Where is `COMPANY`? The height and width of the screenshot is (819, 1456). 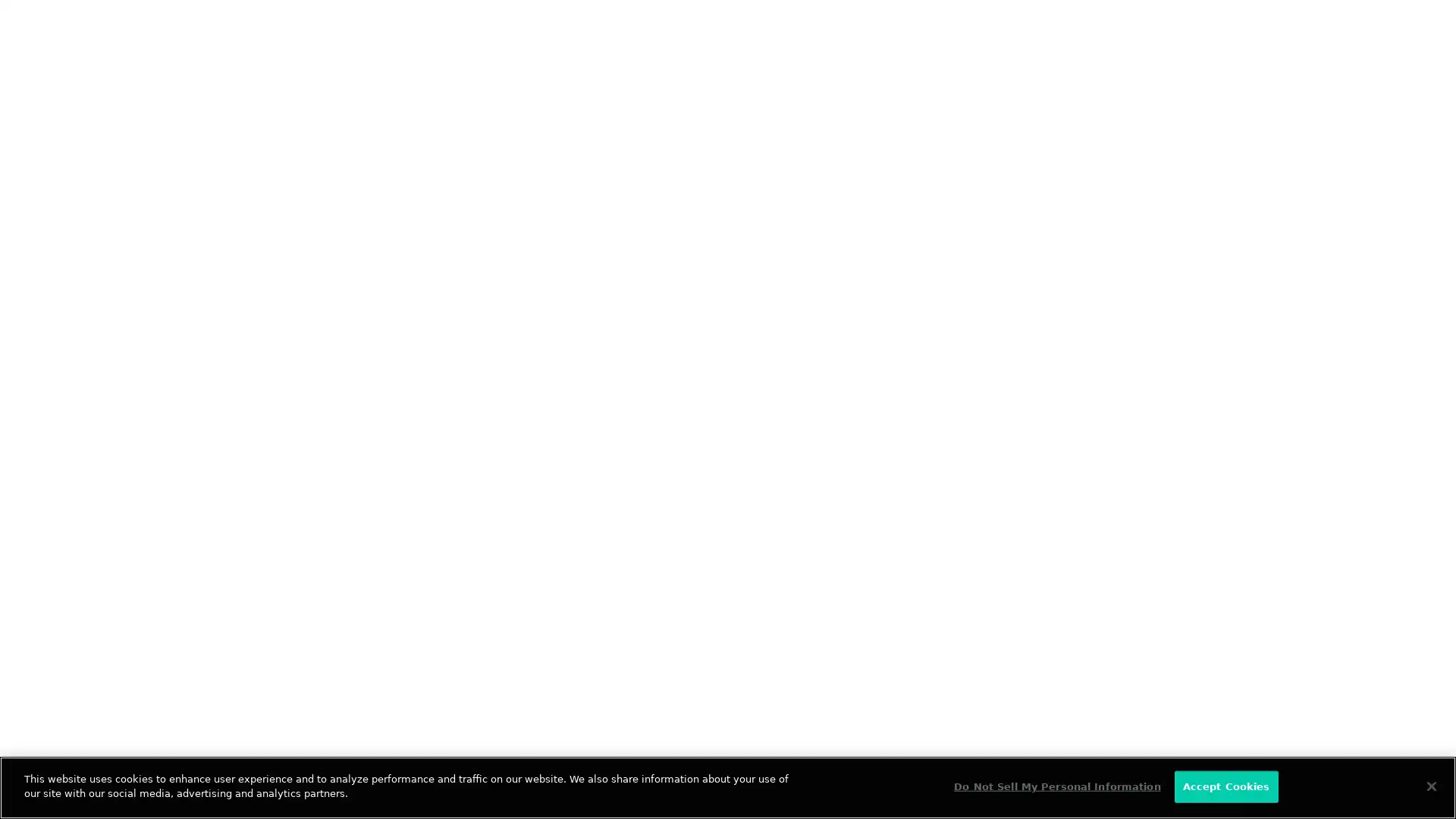
COMPANY is located at coordinates (440, 561).